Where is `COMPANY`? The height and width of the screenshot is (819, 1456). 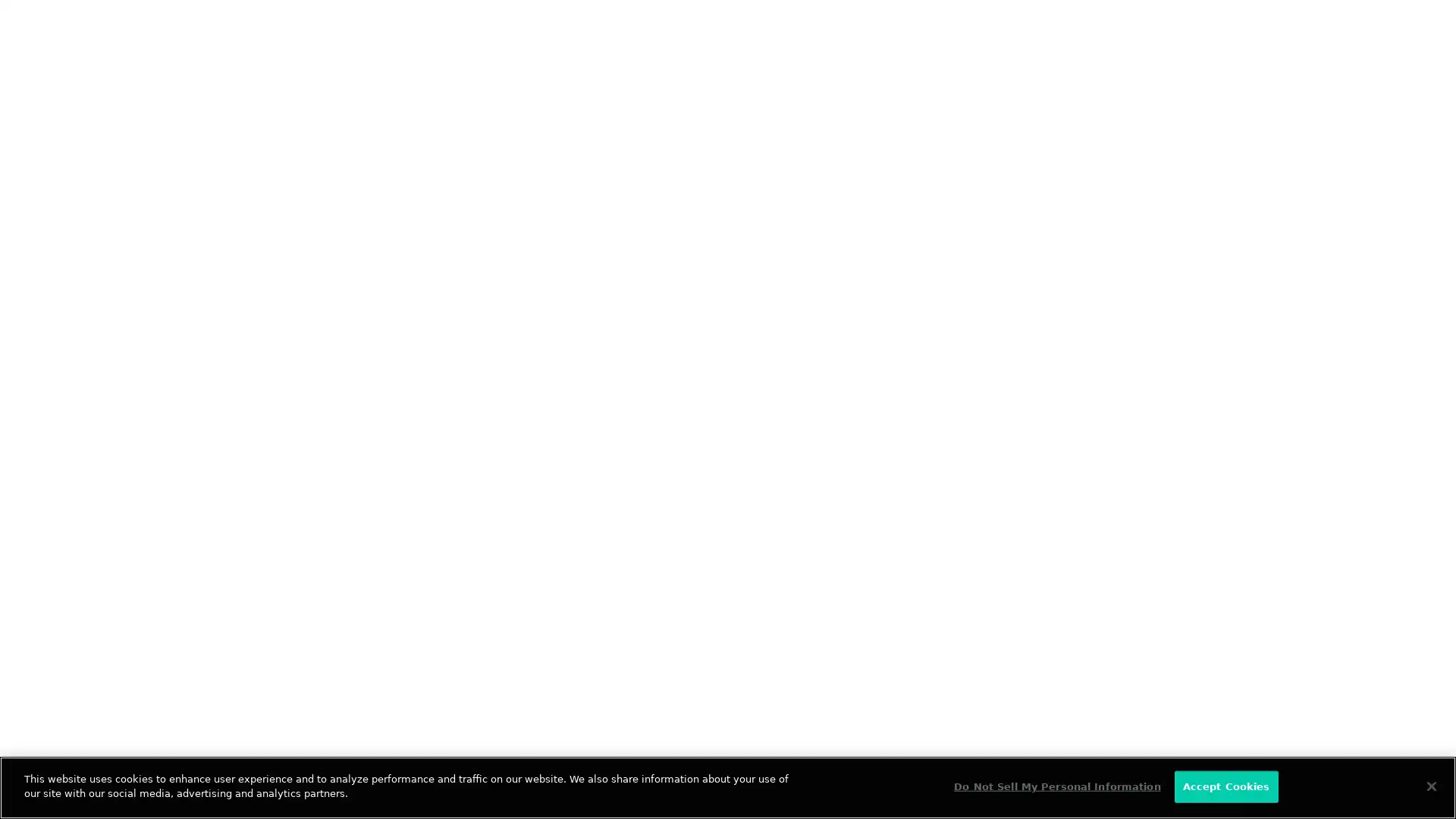
COMPANY is located at coordinates (440, 561).